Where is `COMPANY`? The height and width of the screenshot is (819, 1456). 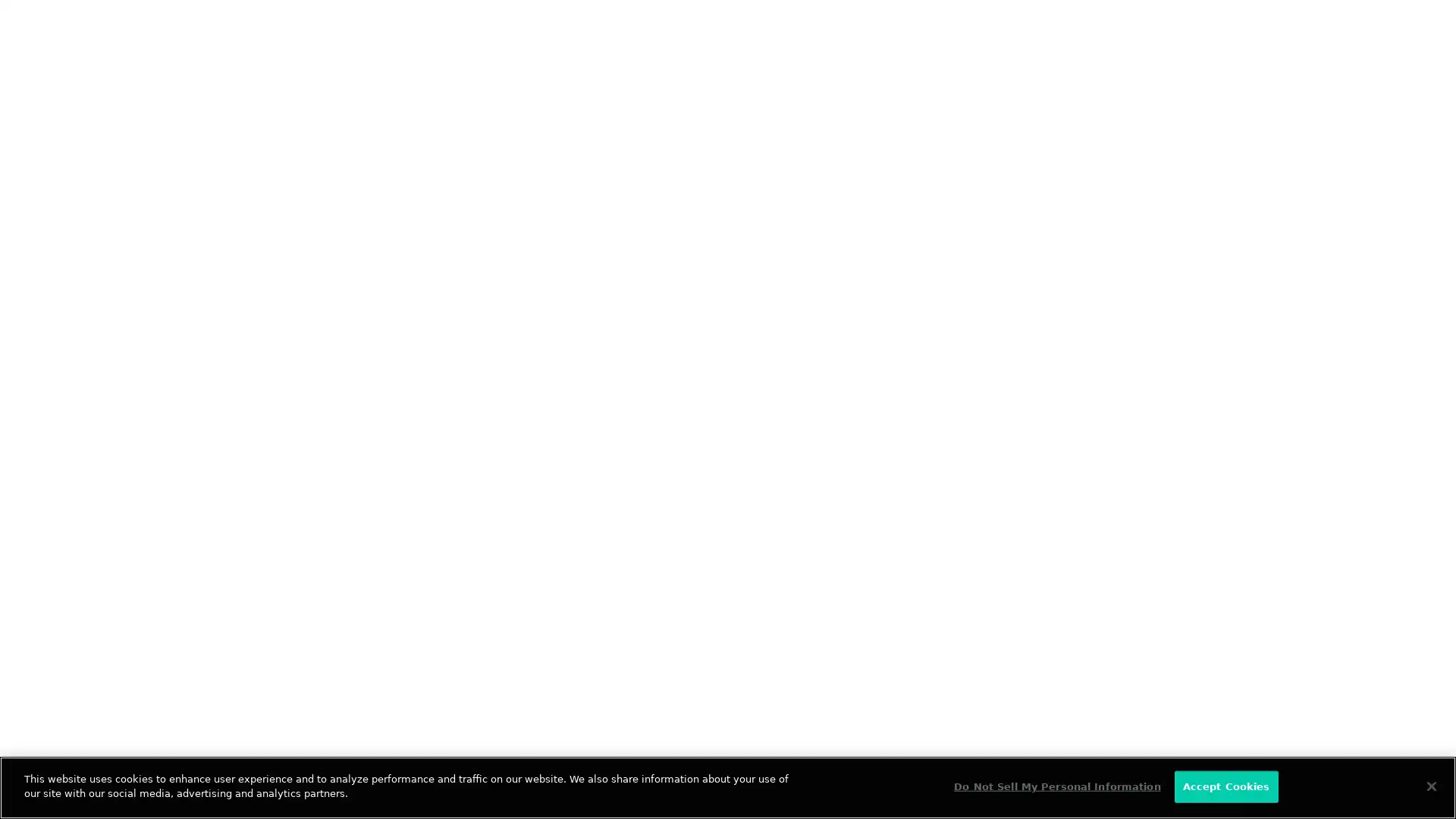
COMPANY is located at coordinates (440, 561).